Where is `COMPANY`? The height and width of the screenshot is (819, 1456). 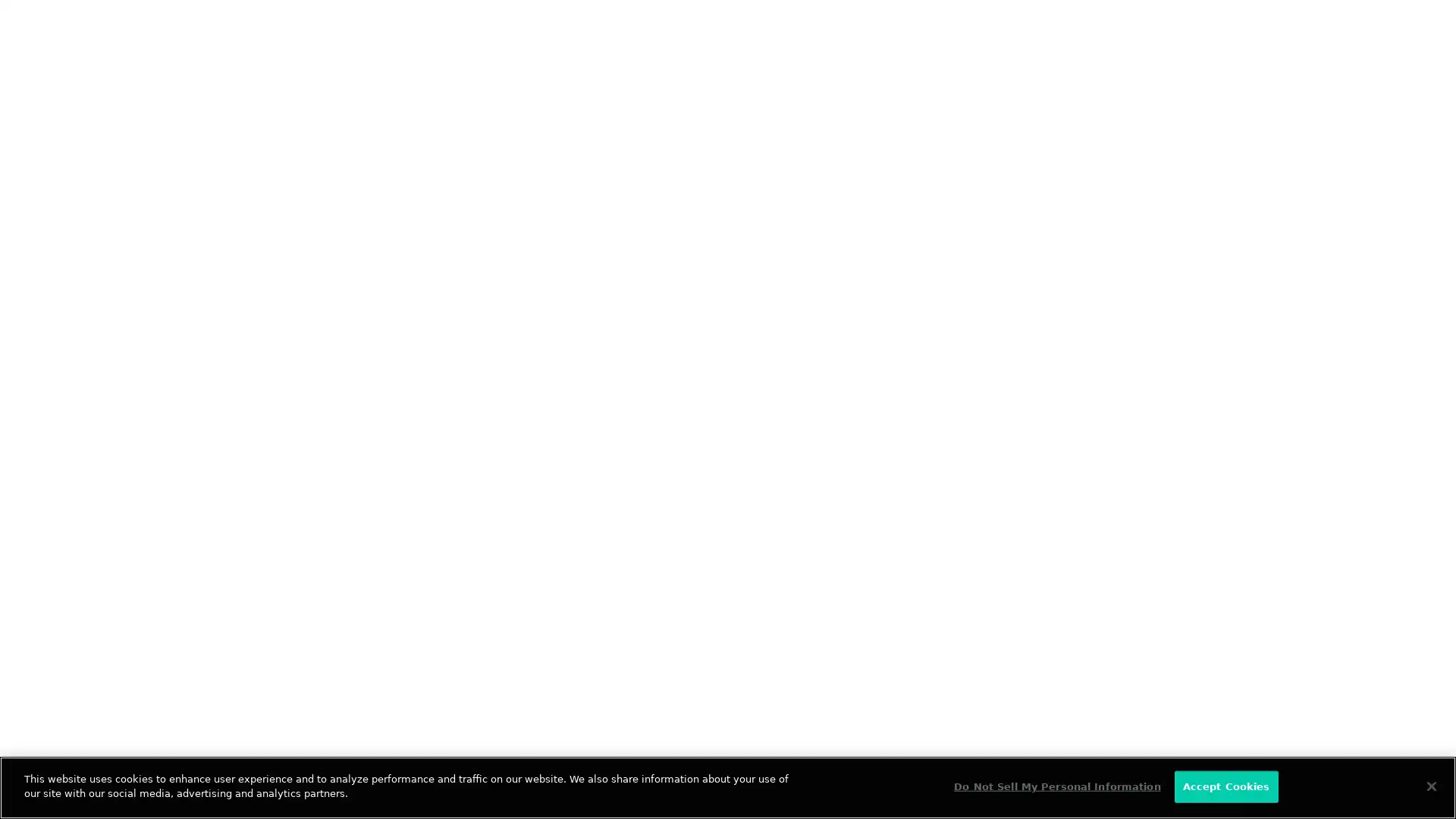
COMPANY is located at coordinates (440, 561).